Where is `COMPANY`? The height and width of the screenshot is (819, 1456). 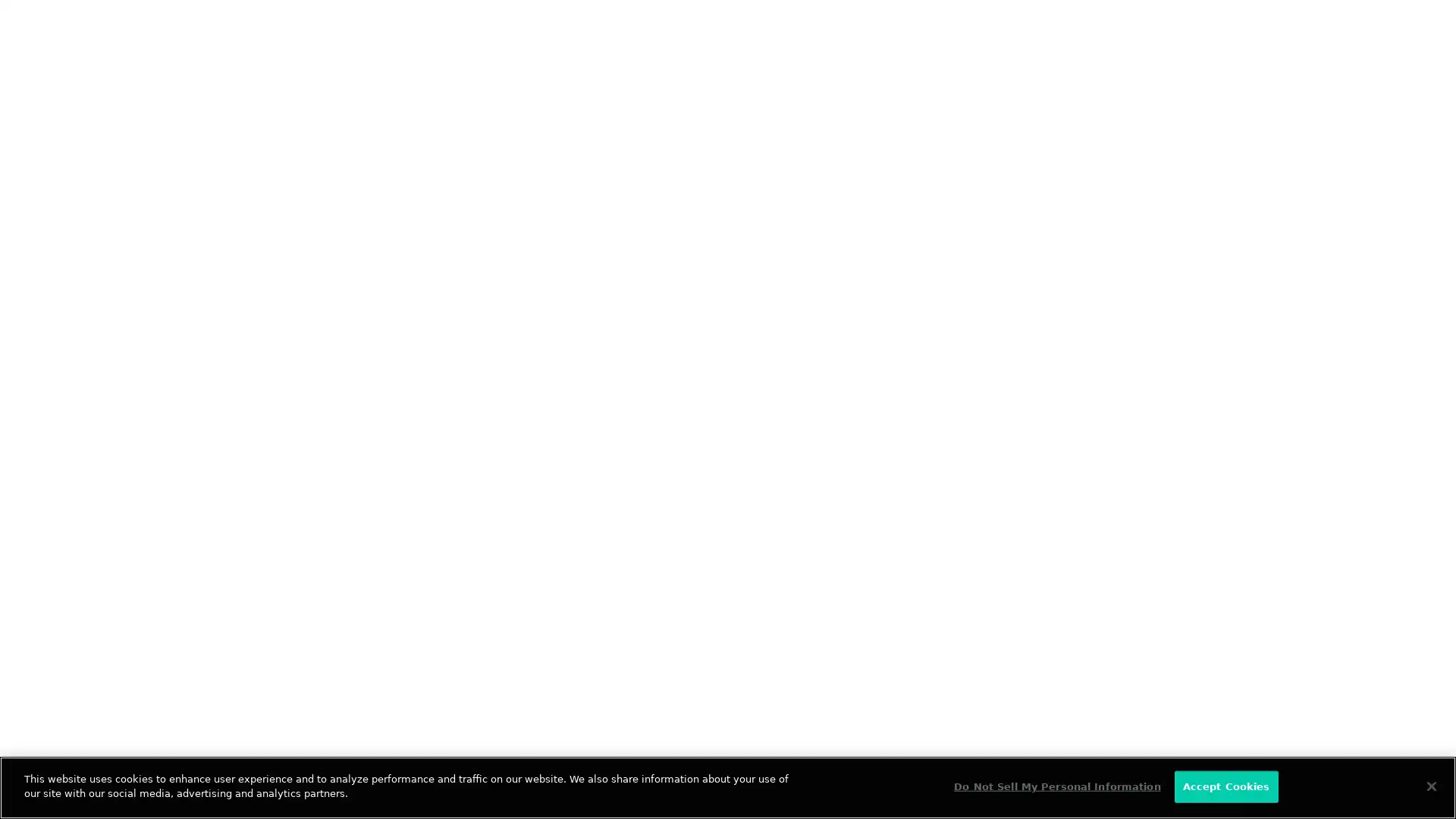
COMPANY is located at coordinates (440, 561).